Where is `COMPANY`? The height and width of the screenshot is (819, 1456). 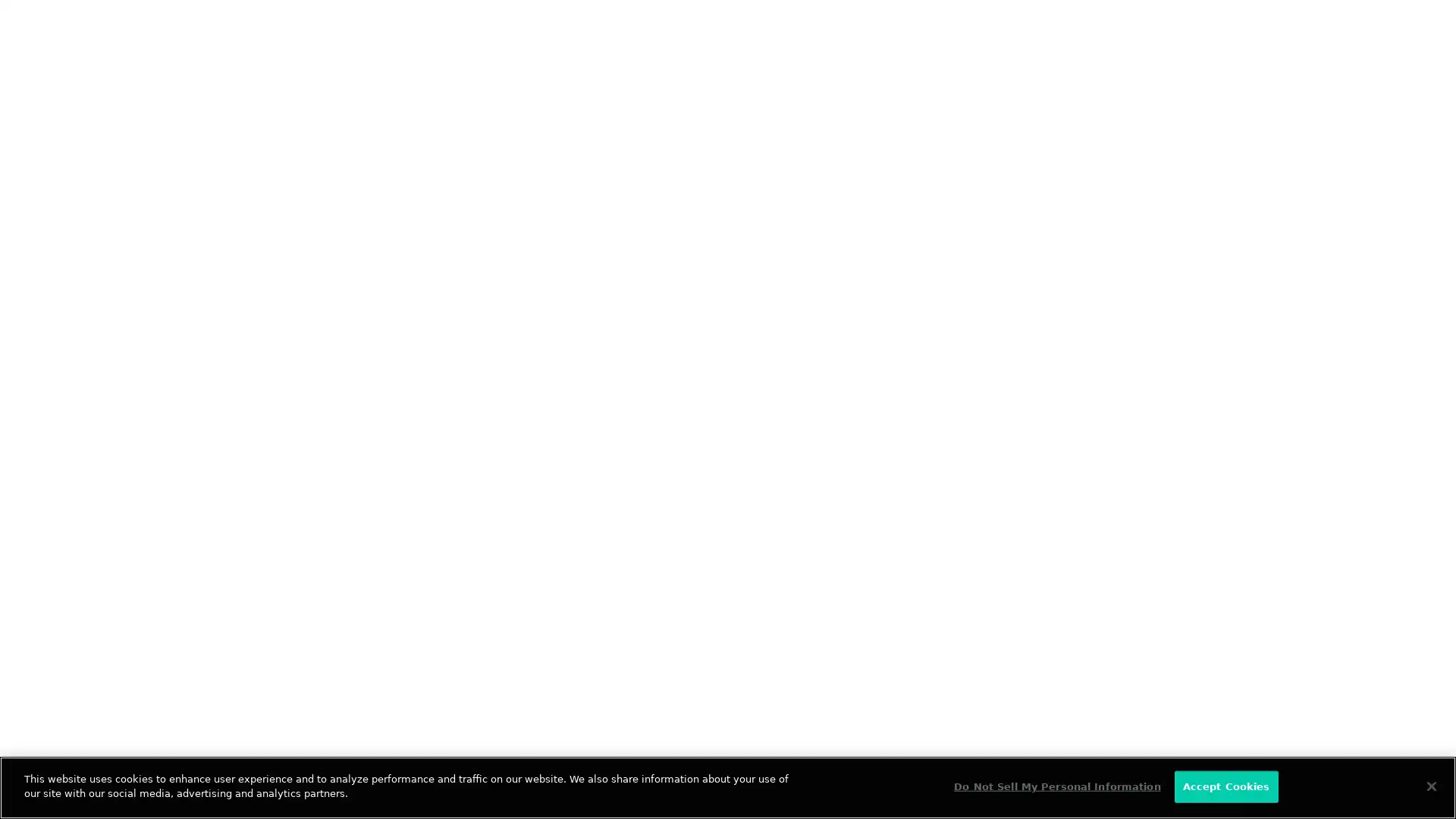
COMPANY is located at coordinates (440, 561).